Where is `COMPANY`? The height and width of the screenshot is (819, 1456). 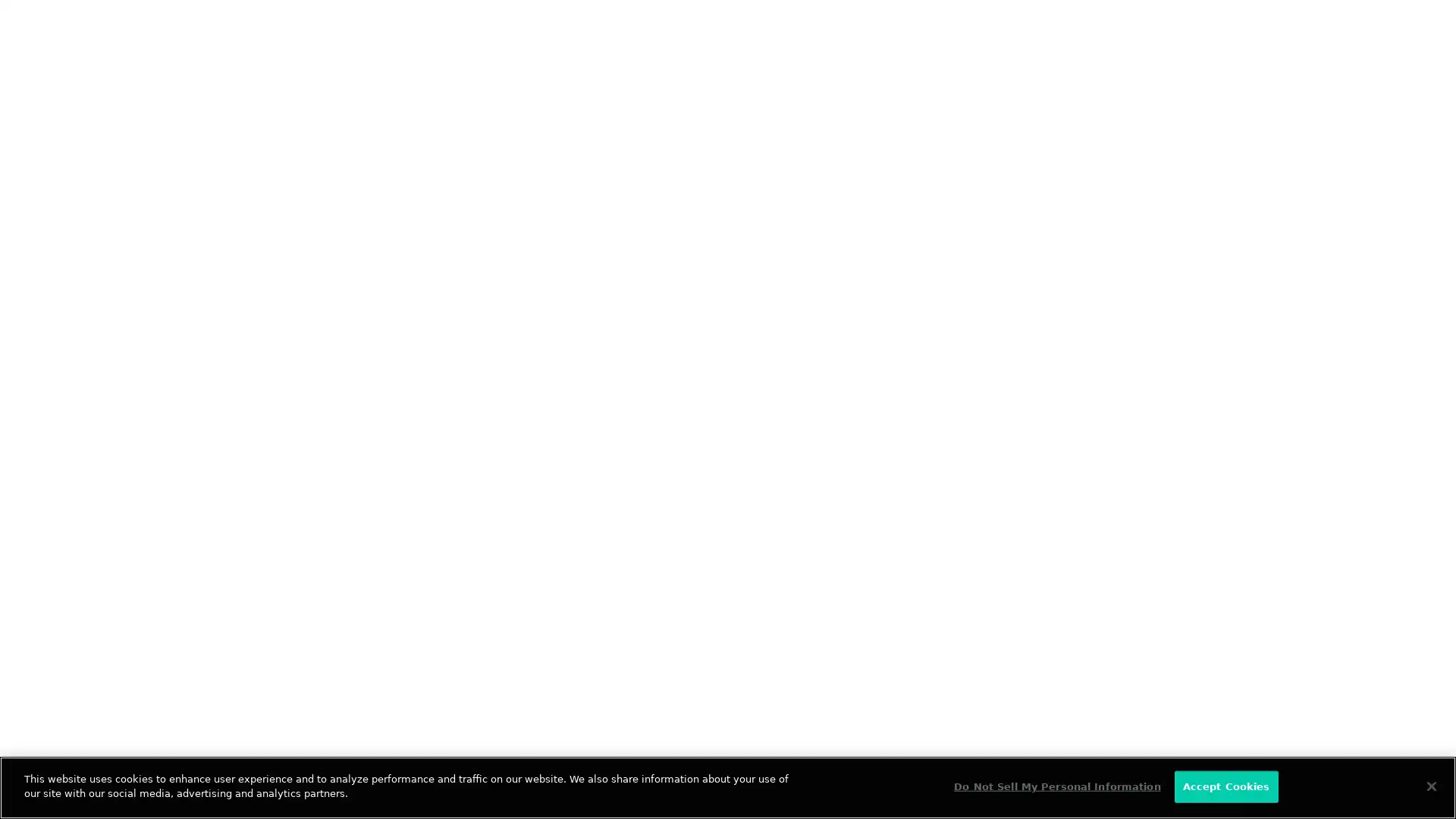
COMPANY is located at coordinates (440, 561).